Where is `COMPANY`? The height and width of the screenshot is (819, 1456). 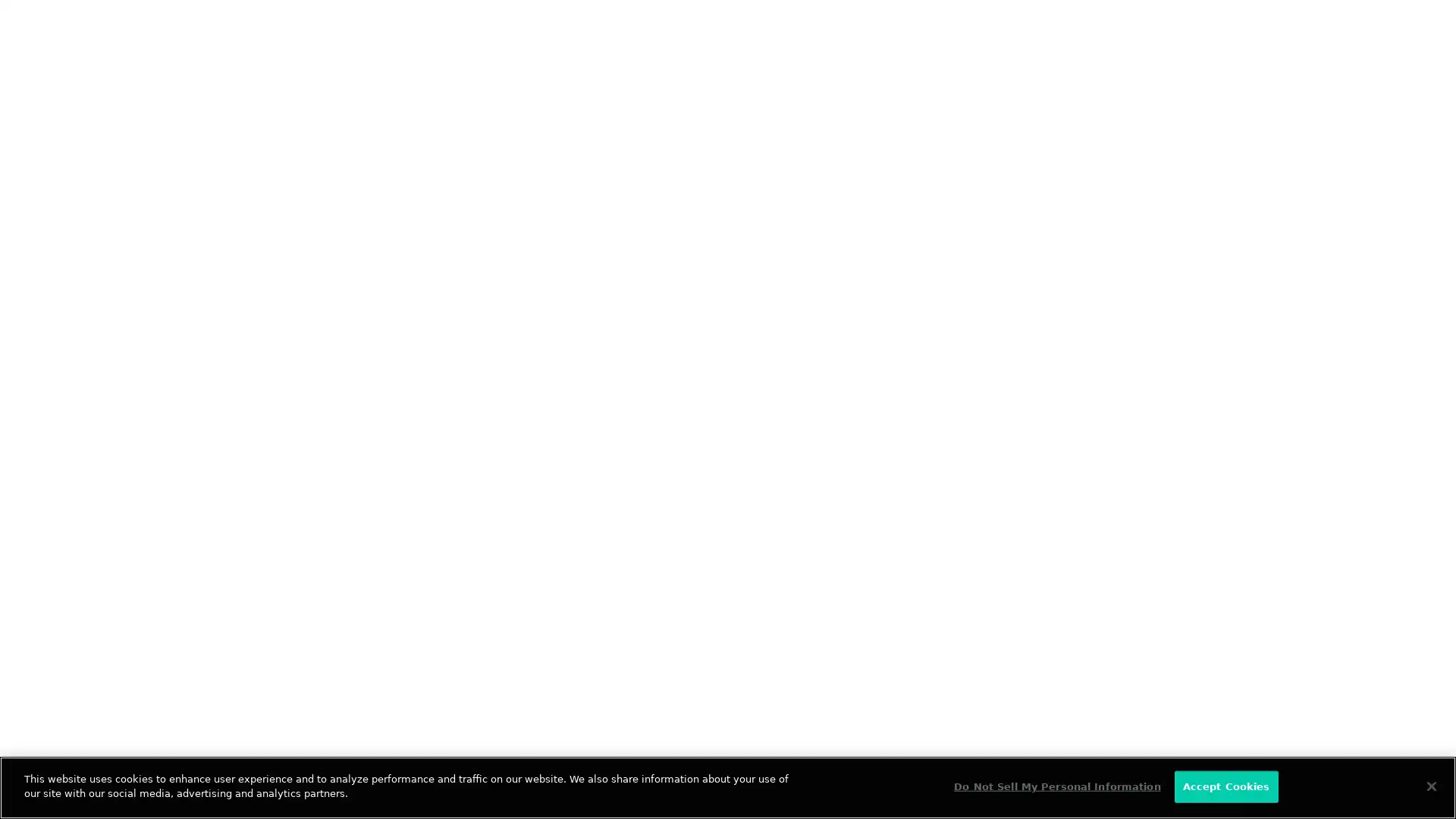
COMPANY is located at coordinates (440, 561).